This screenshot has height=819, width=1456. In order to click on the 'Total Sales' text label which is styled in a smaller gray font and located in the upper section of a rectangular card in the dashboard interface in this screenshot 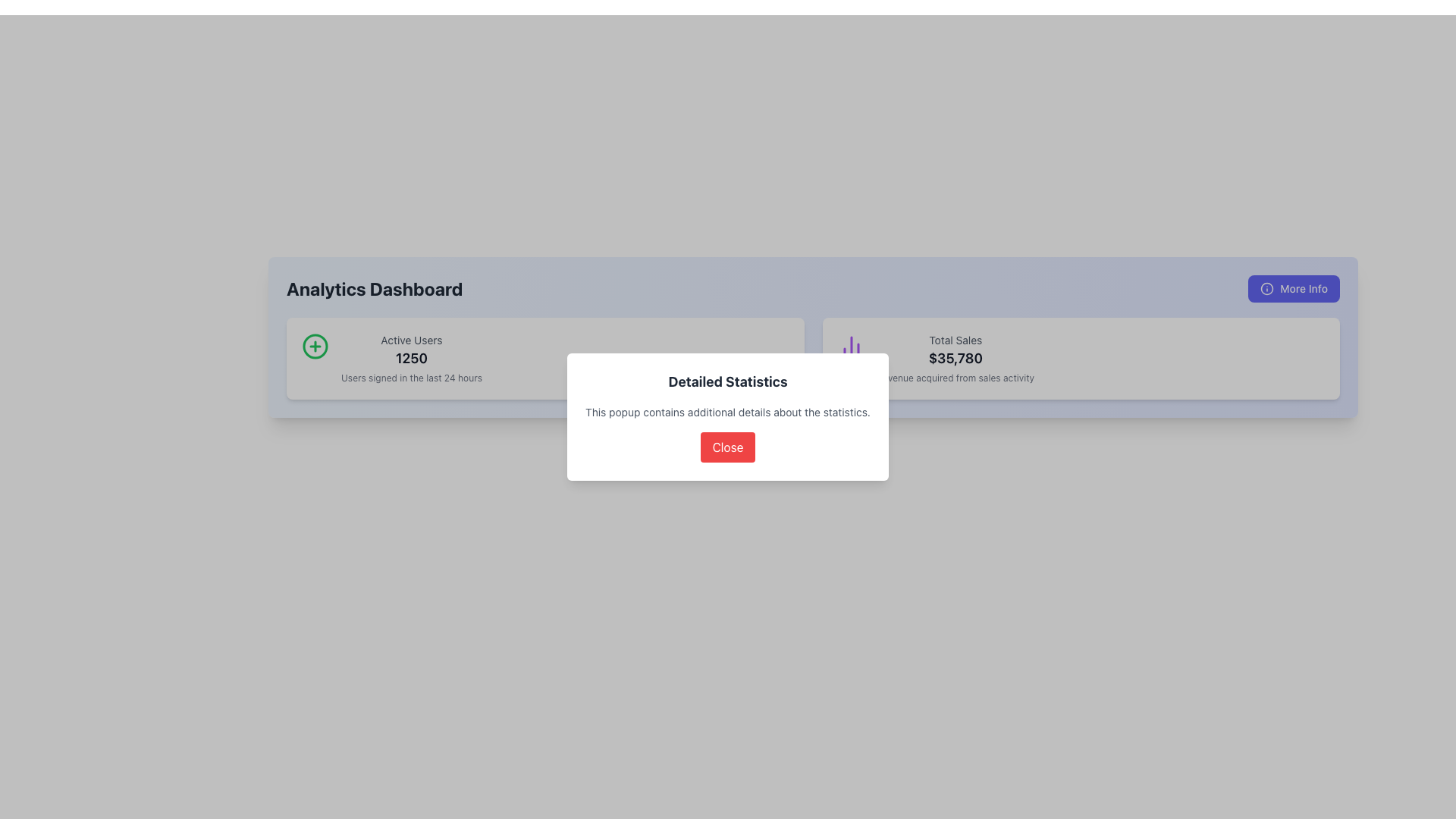, I will do `click(955, 339)`.